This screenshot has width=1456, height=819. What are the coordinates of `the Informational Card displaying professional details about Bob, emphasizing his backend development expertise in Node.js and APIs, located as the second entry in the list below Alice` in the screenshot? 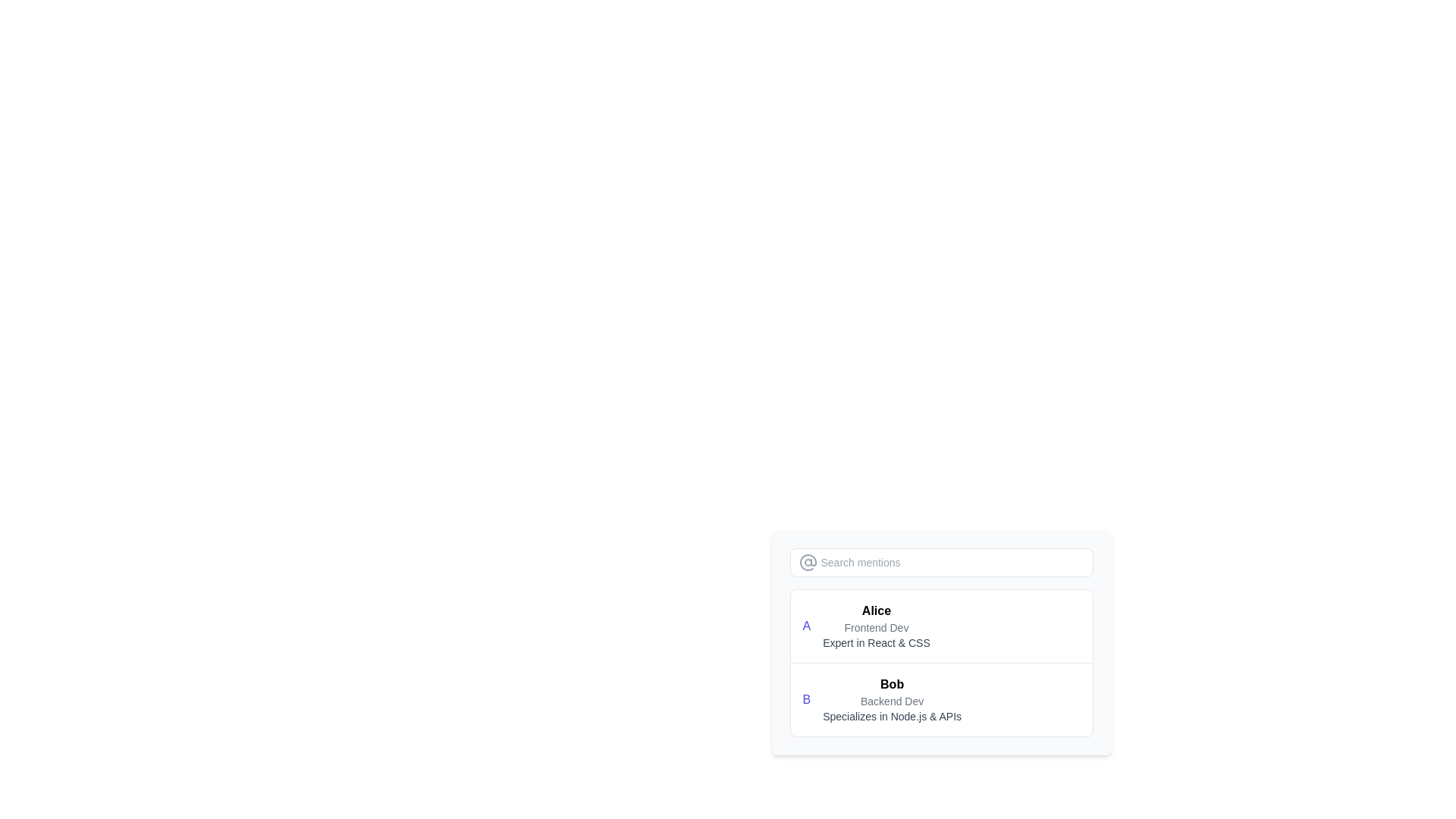 It's located at (892, 699).